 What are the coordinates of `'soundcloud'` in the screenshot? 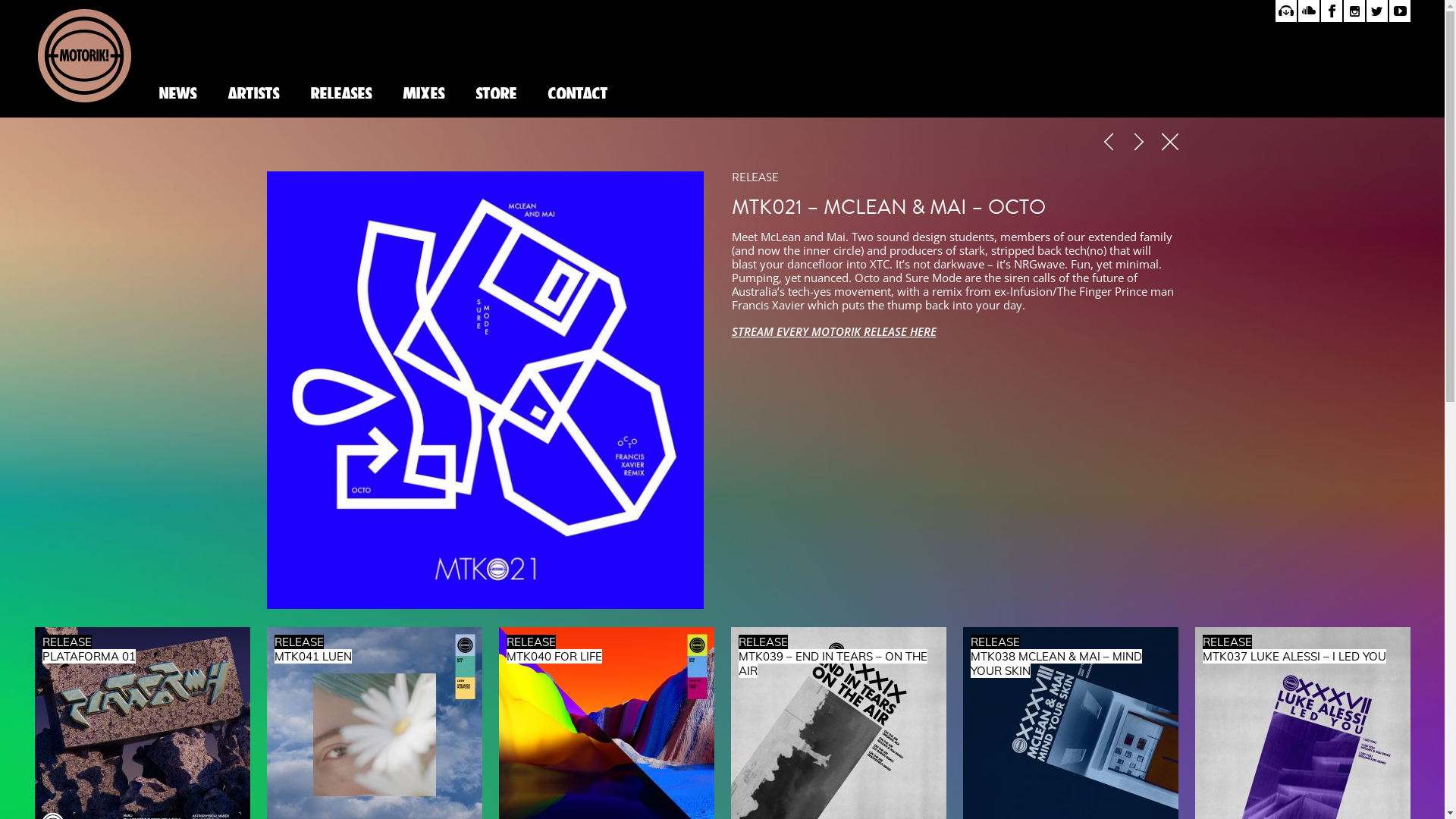 It's located at (1308, 11).